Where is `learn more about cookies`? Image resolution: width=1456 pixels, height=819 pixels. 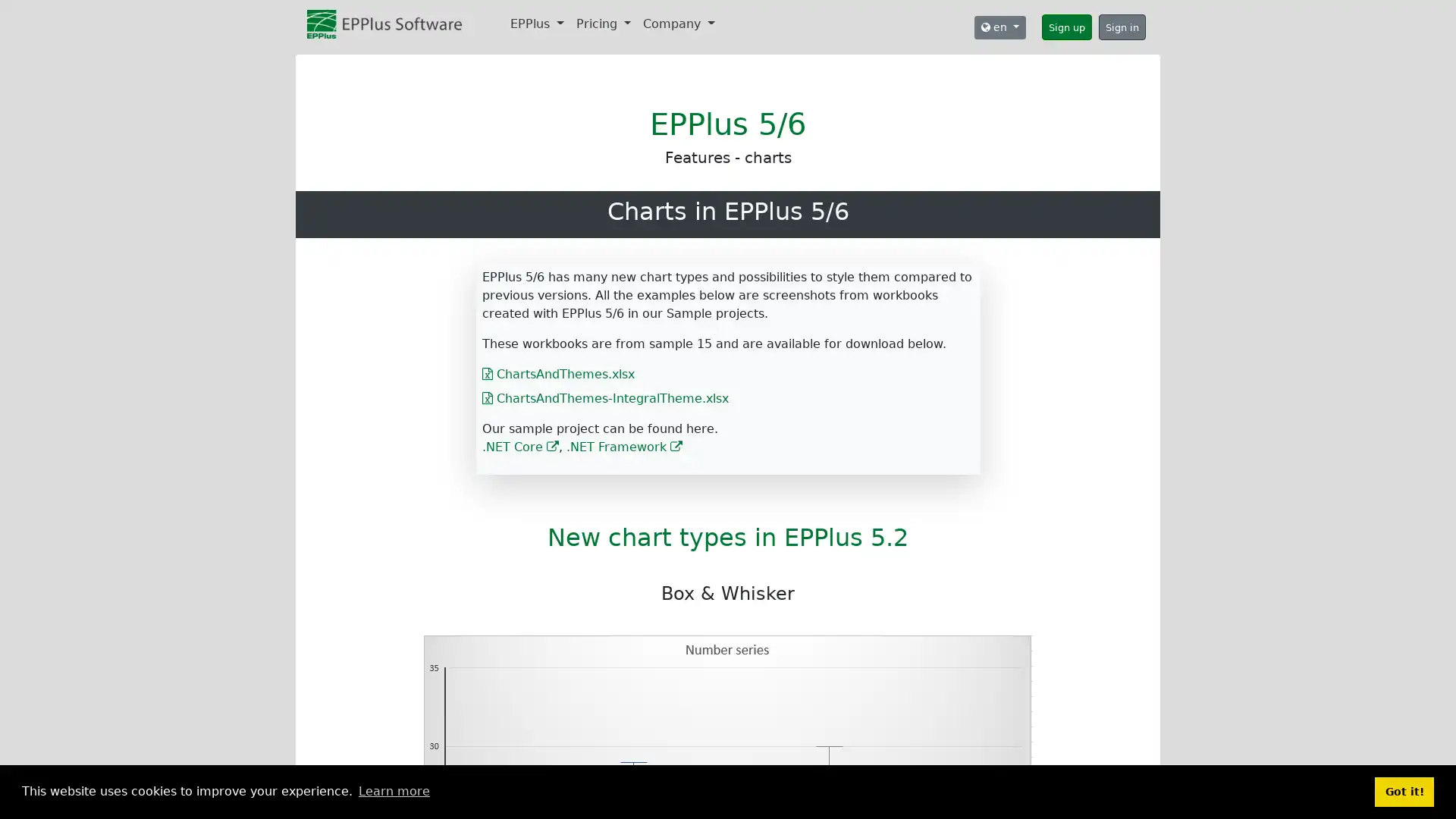 learn more about cookies is located at coordinates (394, 791).